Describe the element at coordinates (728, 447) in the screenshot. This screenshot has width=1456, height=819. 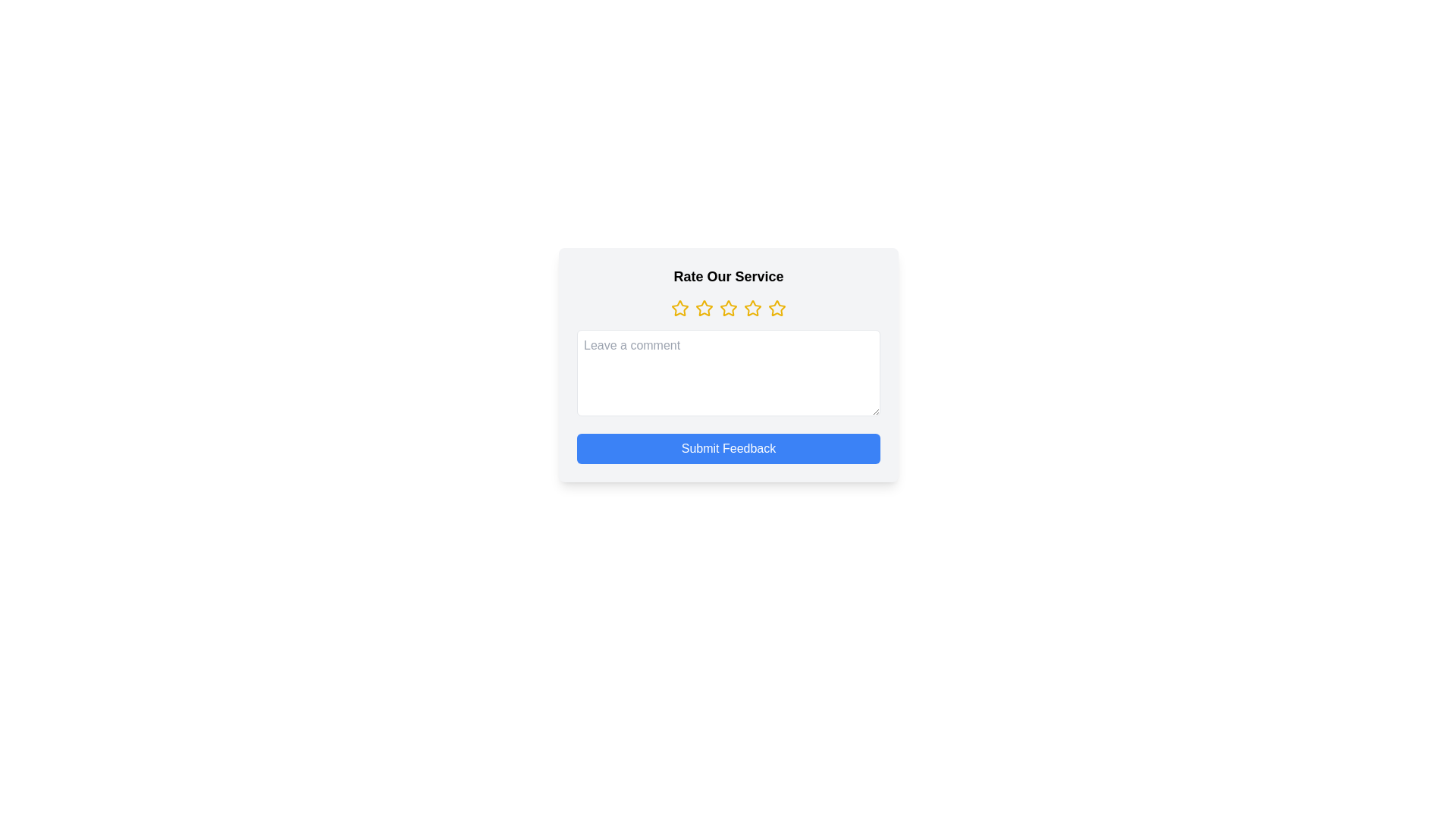
I see `the blue 'Submit Feedback' button with rounded corners` at that location.